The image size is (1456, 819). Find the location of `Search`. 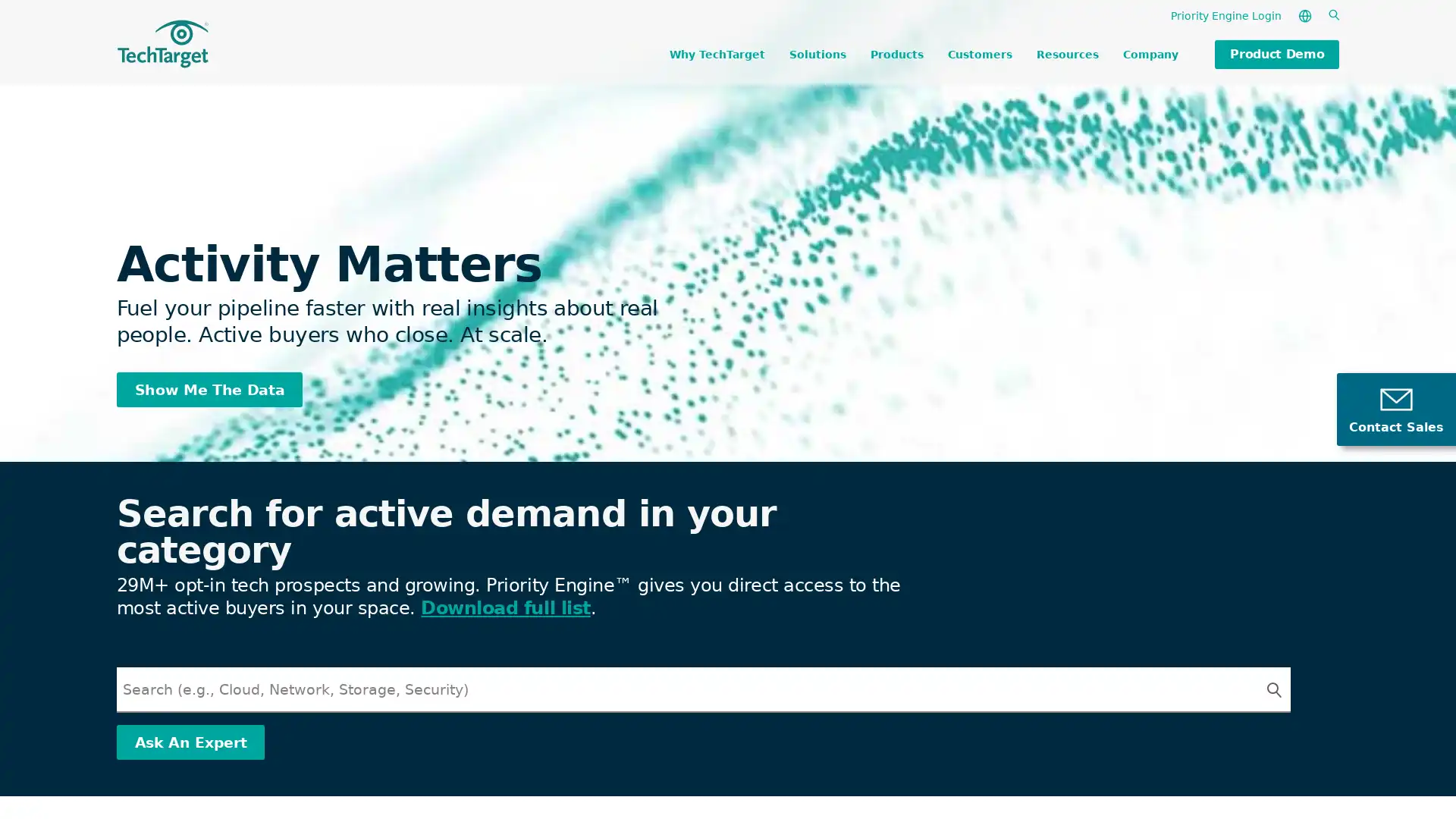

Search is located at coordinates (1274, 690).